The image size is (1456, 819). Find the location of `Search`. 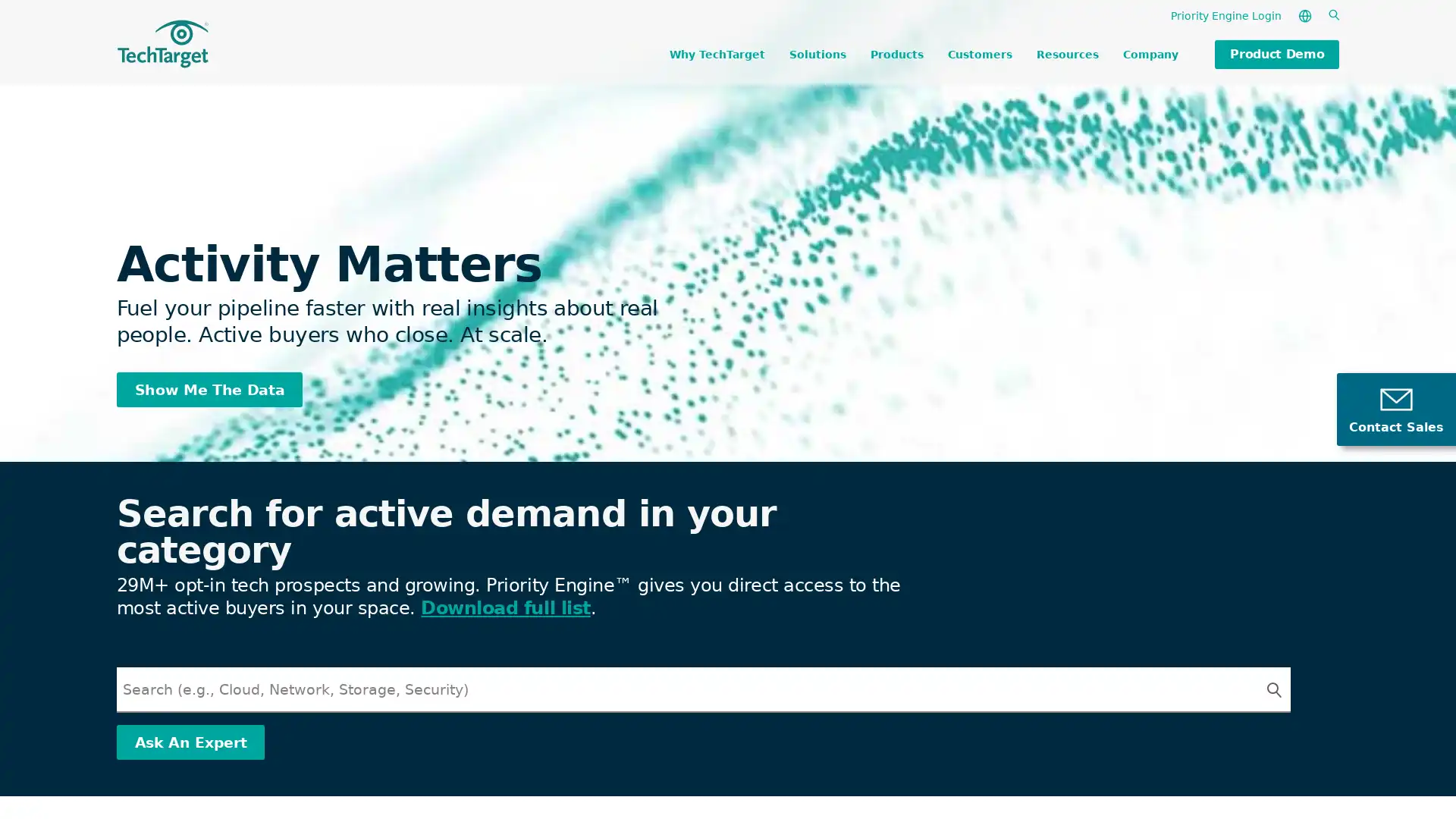

Search is located at coordinates (1274, 690).